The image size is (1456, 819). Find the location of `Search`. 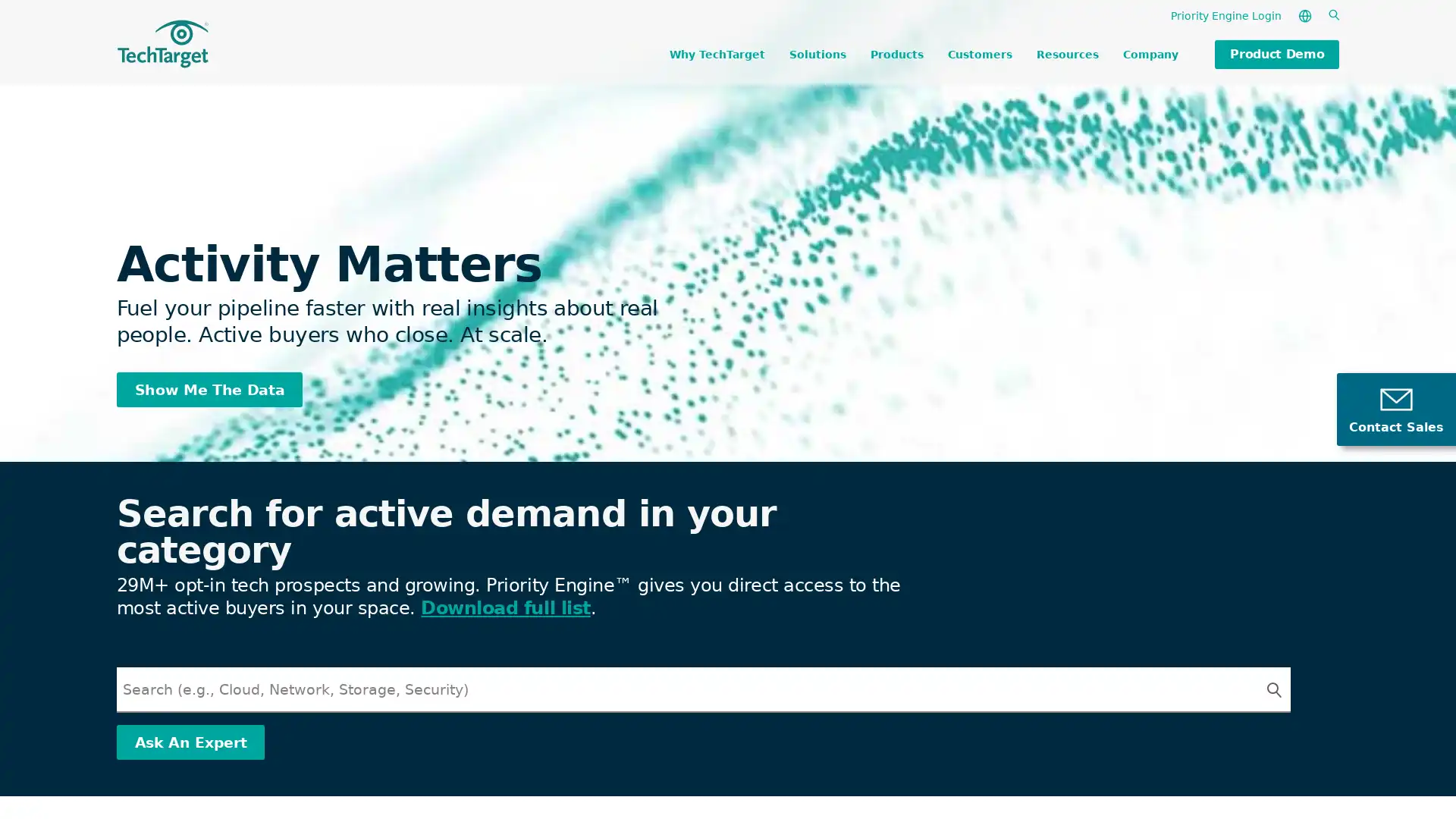

Search is located at coordinates (1274, 690).